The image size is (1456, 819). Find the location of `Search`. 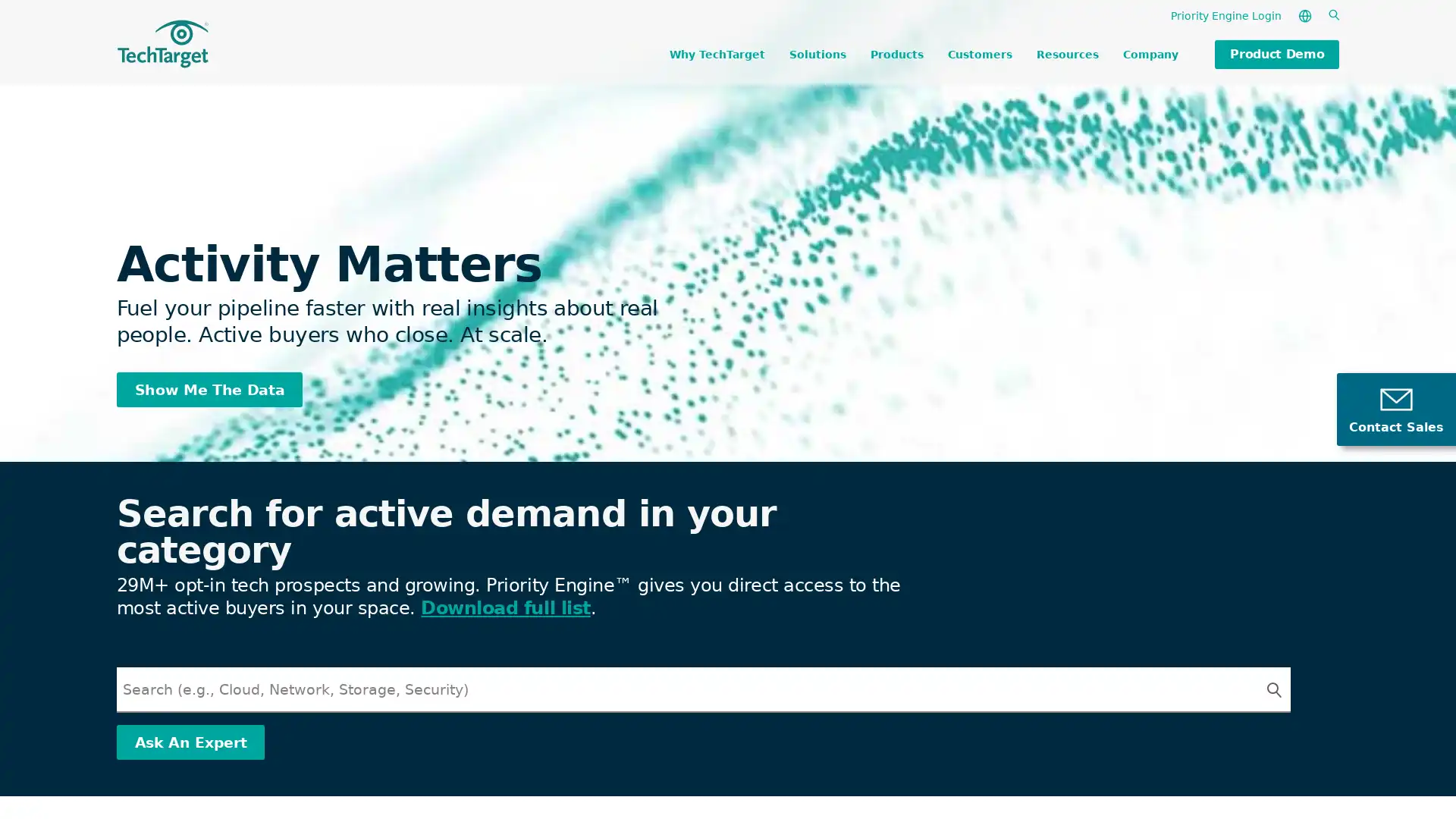

Search is located at coordinates (1274, 690).